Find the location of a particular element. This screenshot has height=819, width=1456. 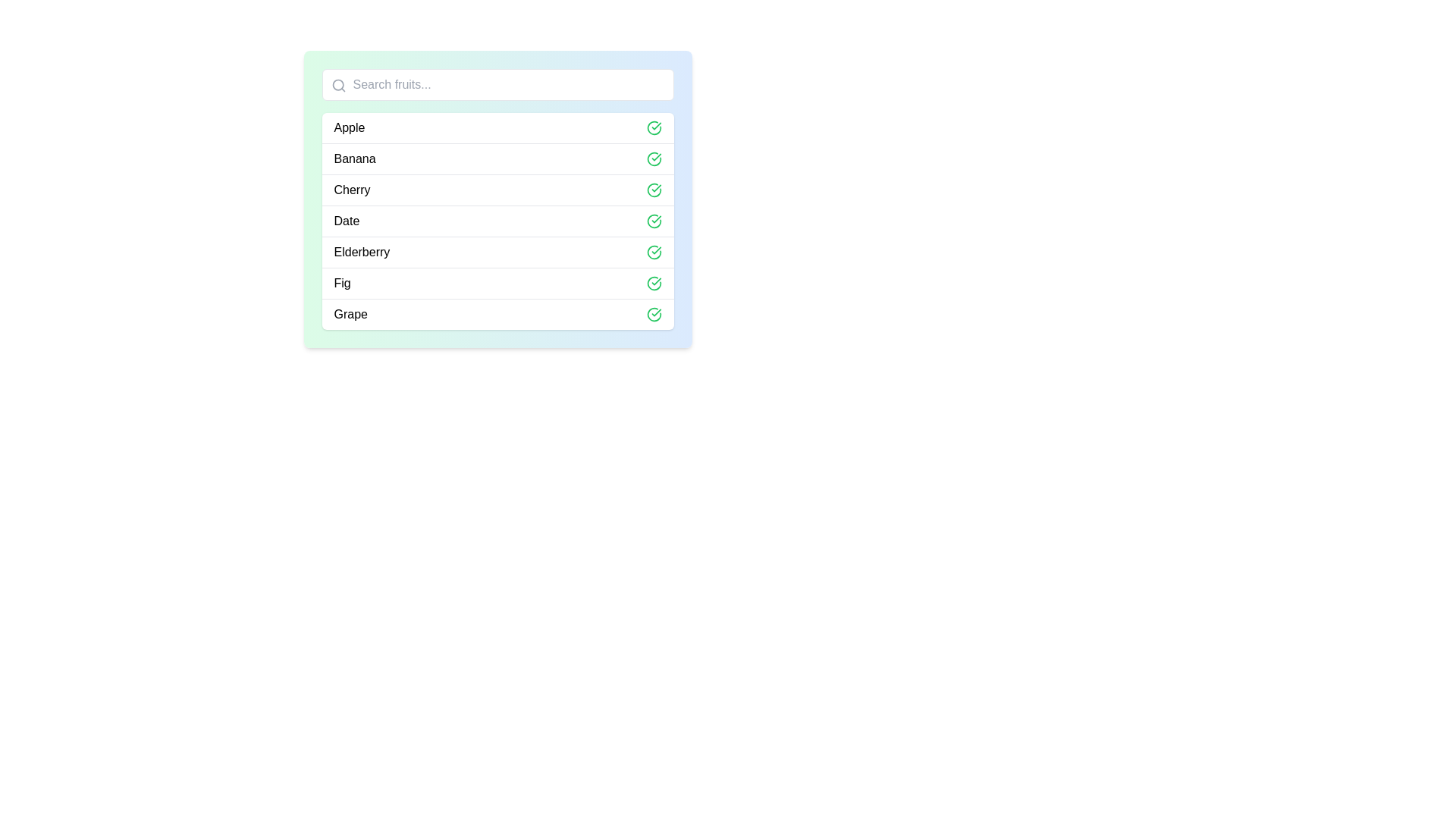

the circular checkmark icon indicating success, located beside the 'Cherry' item in the list is located at coordinates (654, 189).